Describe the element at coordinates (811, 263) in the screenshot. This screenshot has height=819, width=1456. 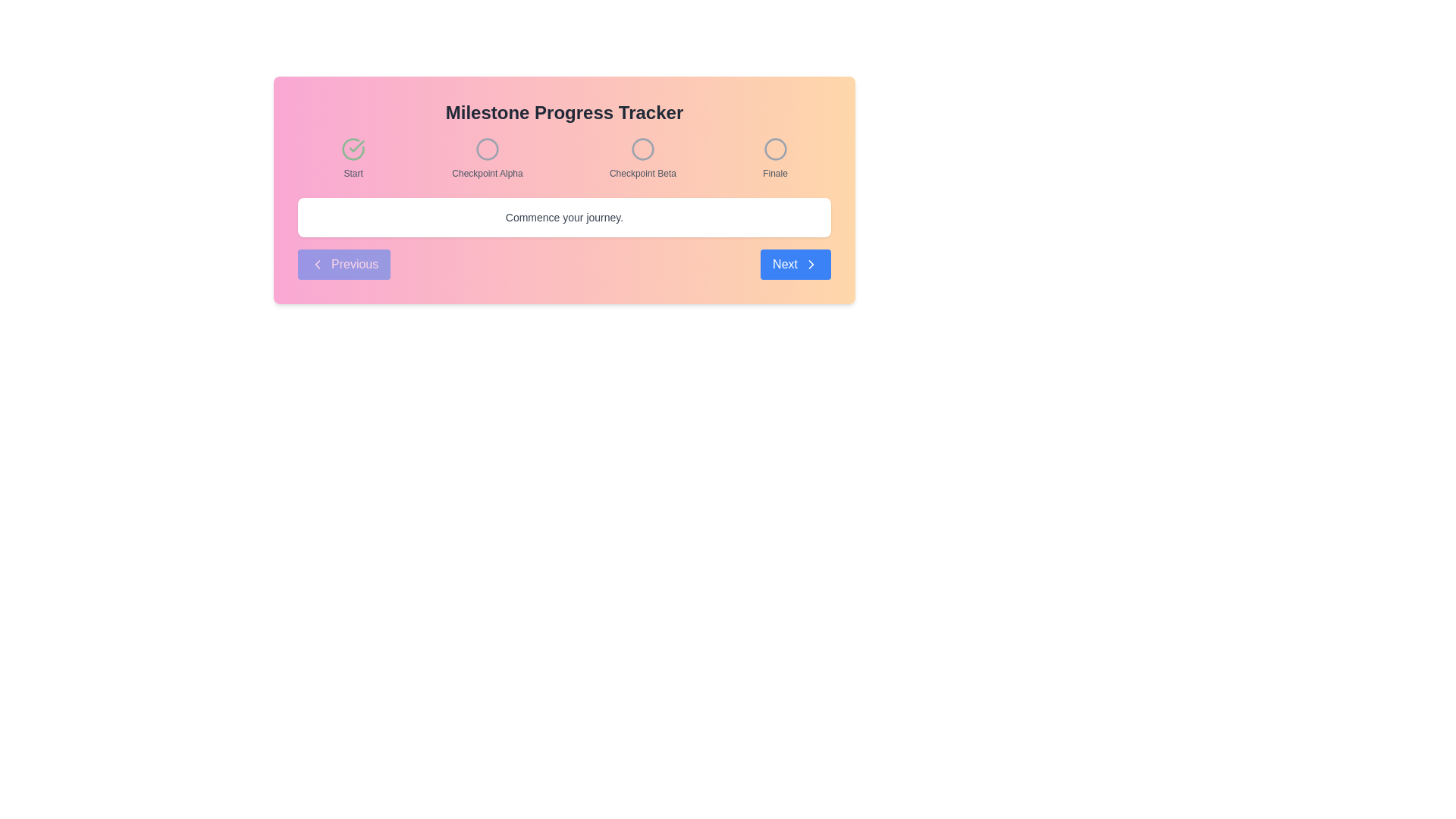
I see `the small right-facing arrow icon within the 'Next' button to activate potential hover effects` at that location.